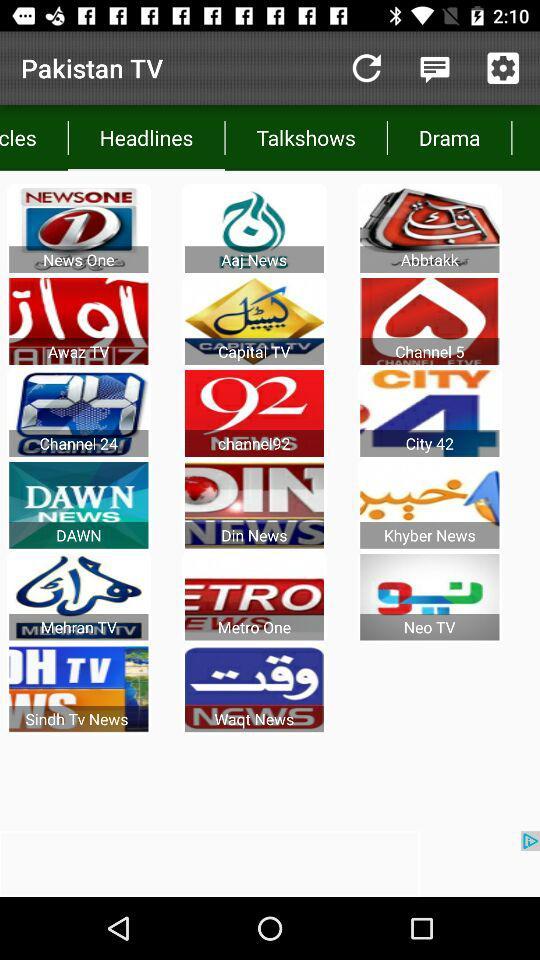 This screenshot has width=540, height=960. Describe the element at coordinates (33, 136) in the screenshot. I see `the app next to headlines app` at that location.